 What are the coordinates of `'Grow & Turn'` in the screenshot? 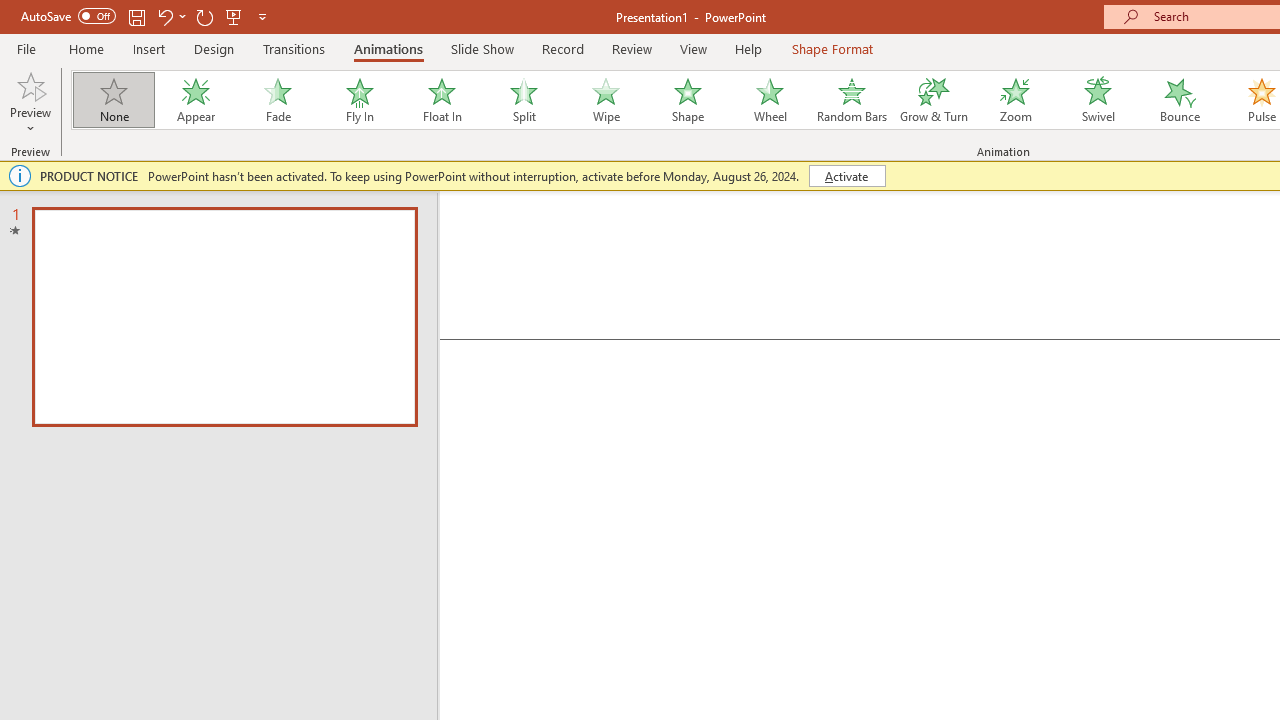 It's located at (933, 100).